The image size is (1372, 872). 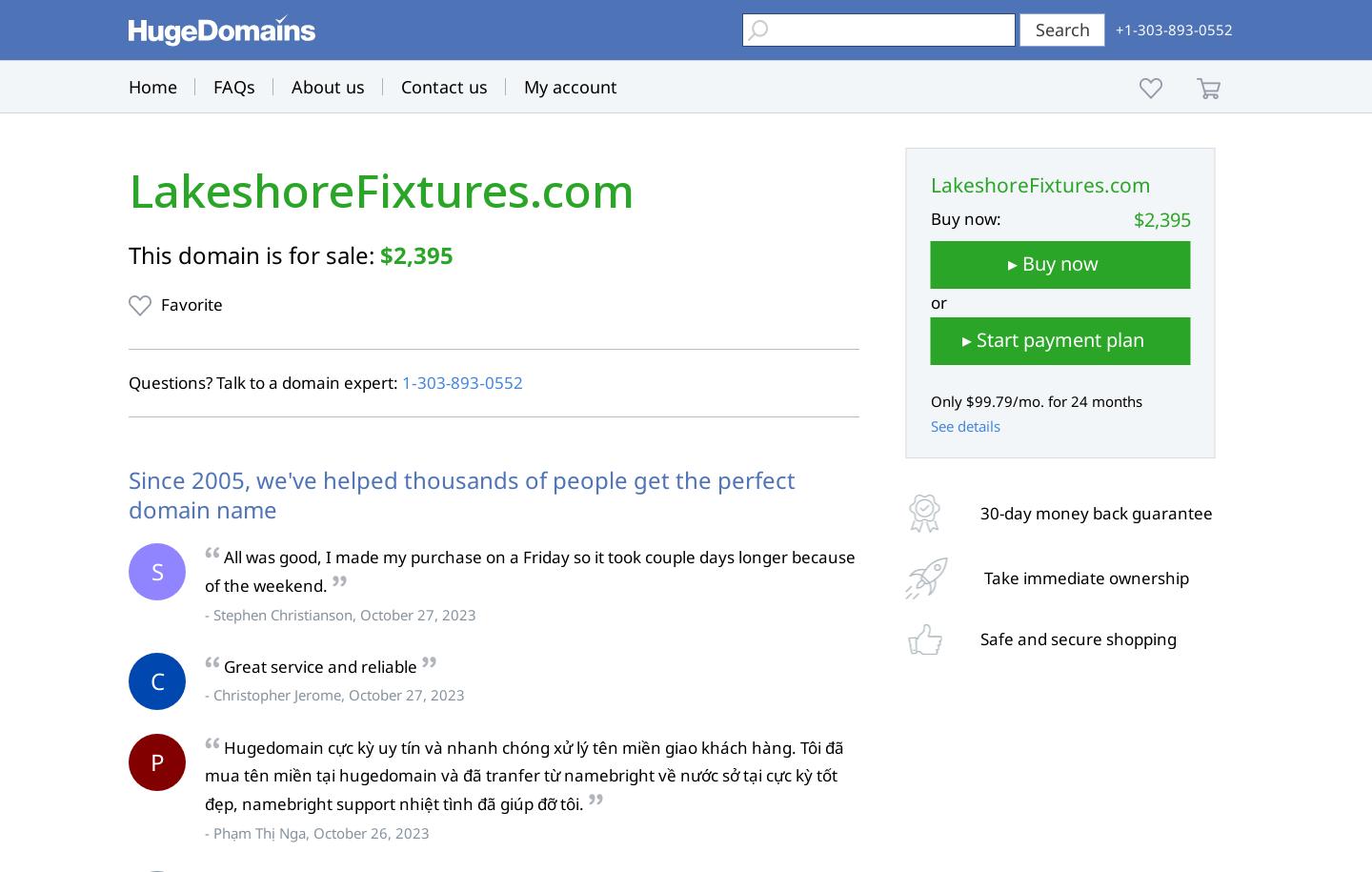 I want to click on 'About us', so click(x=328, y=86).